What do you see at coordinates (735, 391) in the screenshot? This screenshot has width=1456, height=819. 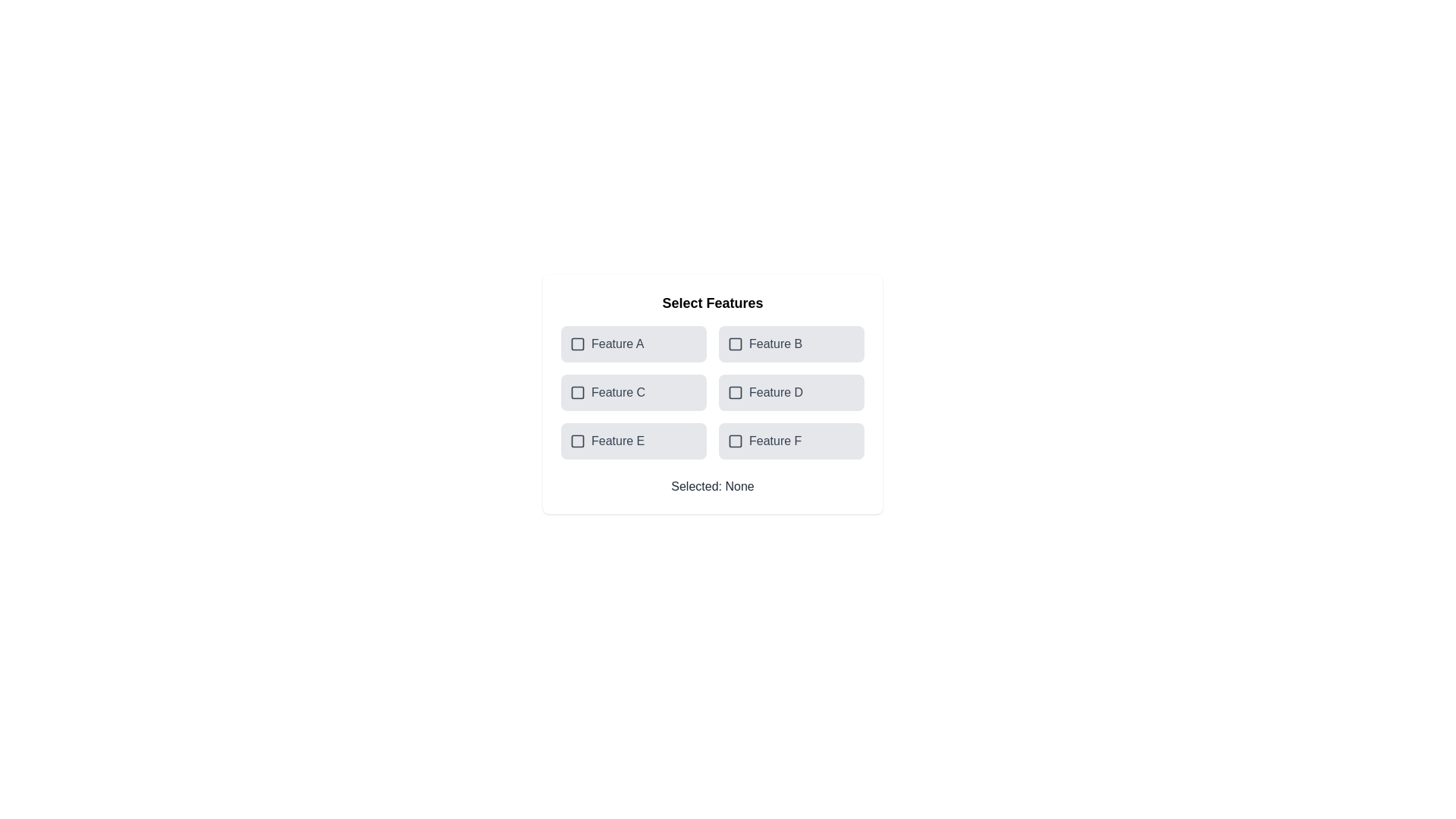 I see `the Checkbox for 'Feature D', which is a small square with rounded corners located in the second column of the second row in the grid of selectable features for visual feedback` at bounding box center [735, 391].